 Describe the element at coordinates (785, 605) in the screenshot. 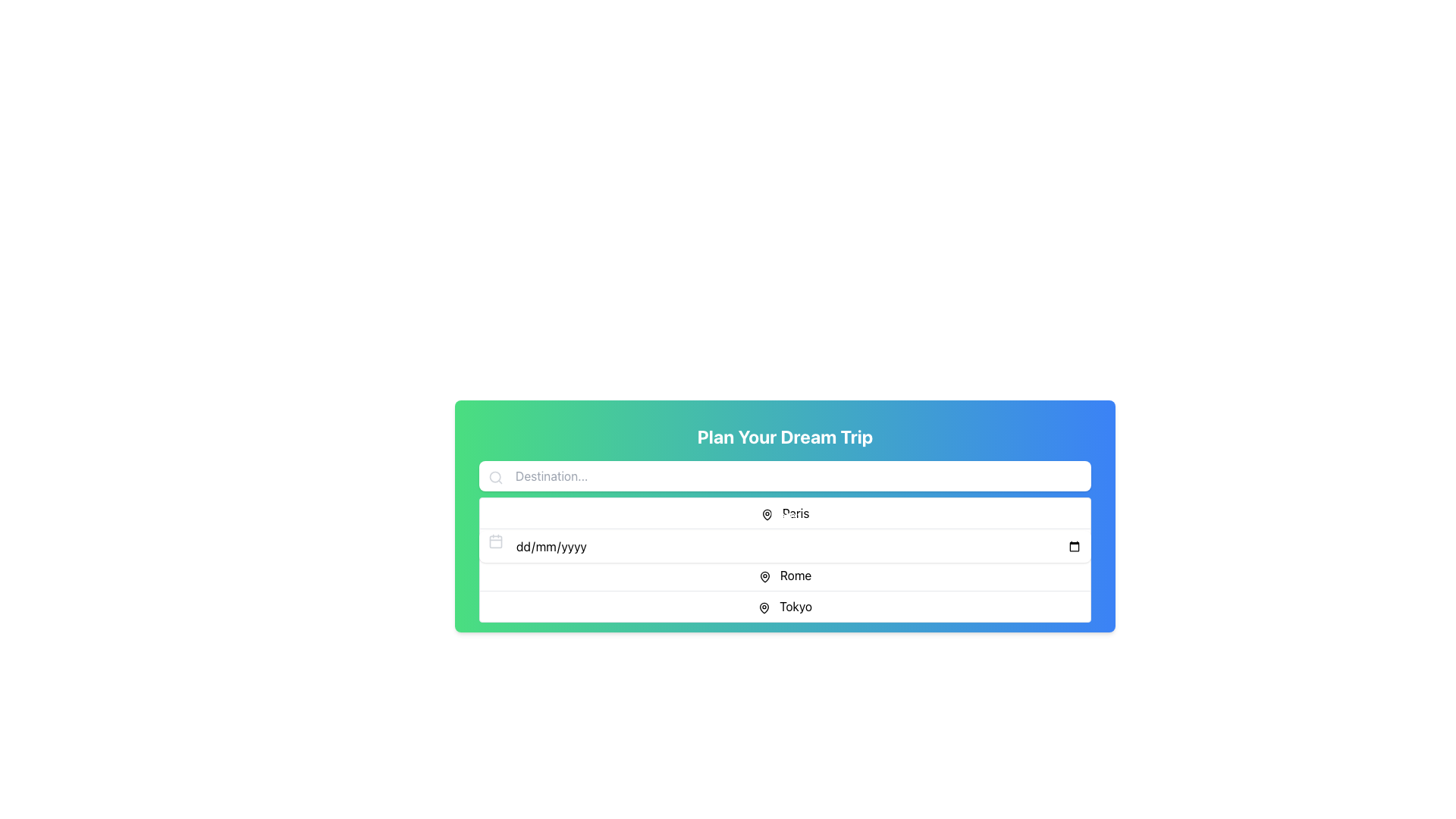

I see `the fourth selectable option in the dropdown menu` at that location.